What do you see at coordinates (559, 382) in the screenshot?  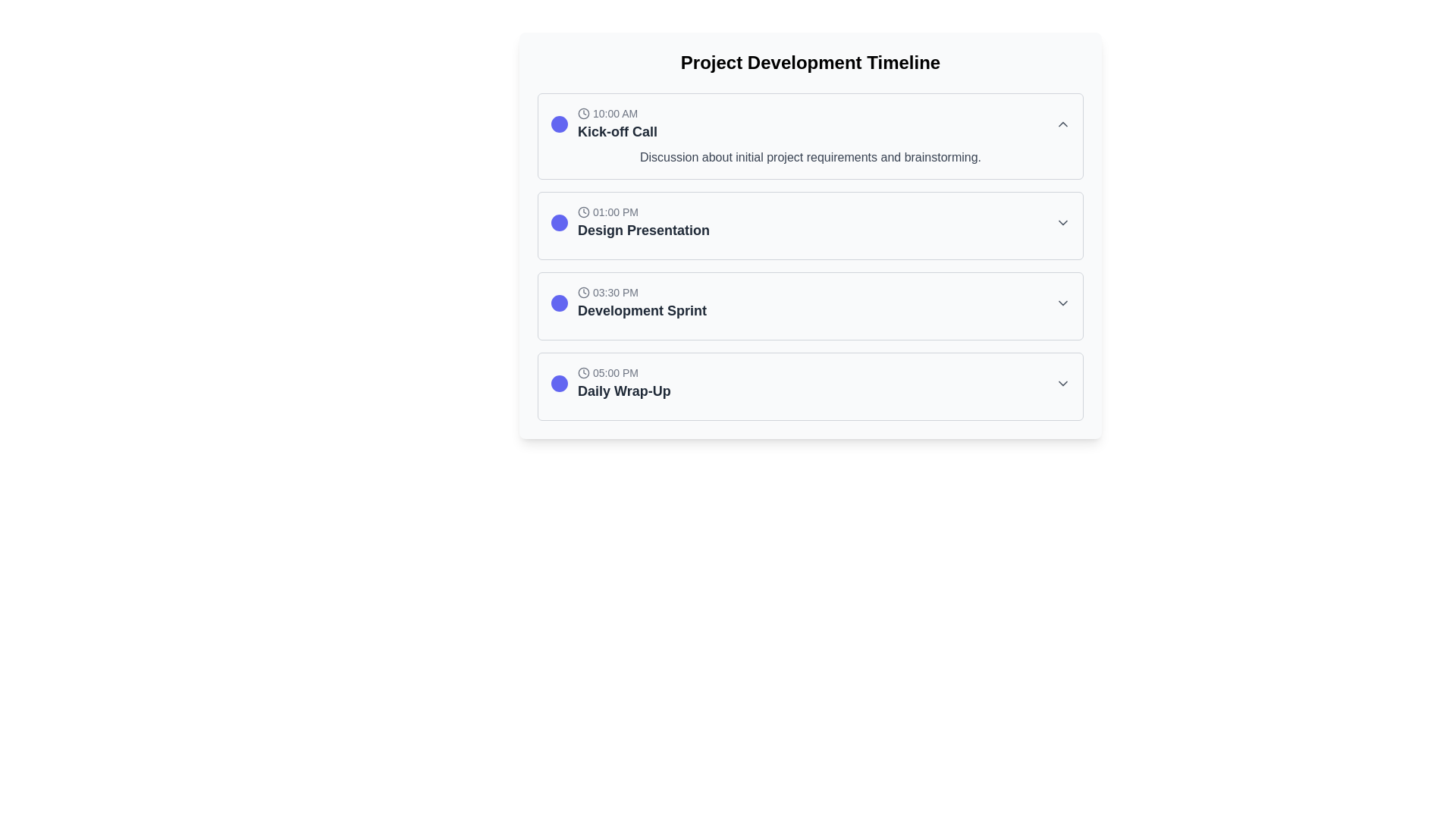 I see `the Circular Icon that serves as a visual indicator for the '05:00 PM Daily Wrap-Up' entry in the timeline, which is positioned towards the left within this section` at bounding box center [559, 382].